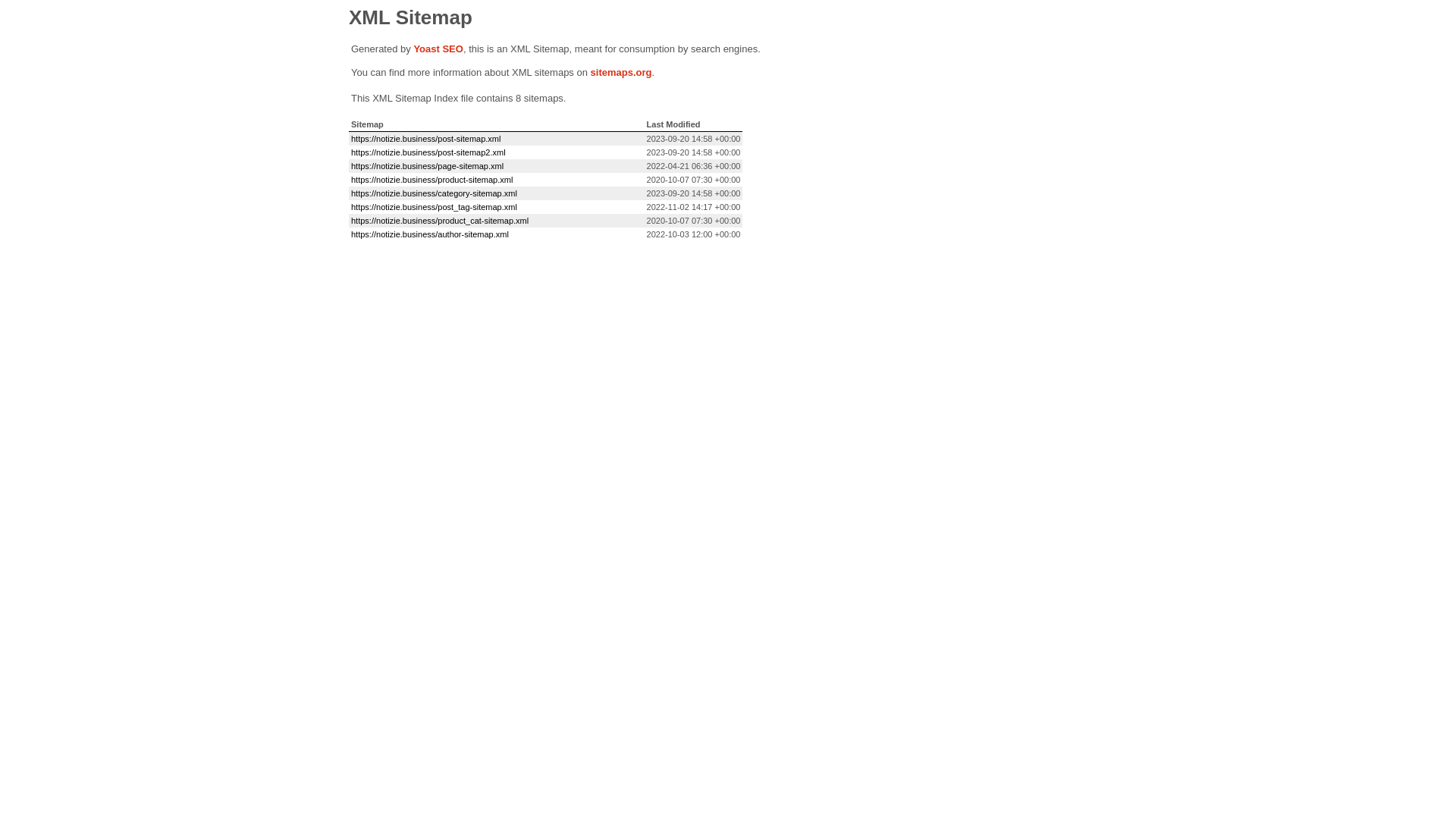  What do you see at coordinates (426, 166) in the screenshot?
I see `'https://notizie.business/page-sitemap.xml'` at bounding box center [426, 166].